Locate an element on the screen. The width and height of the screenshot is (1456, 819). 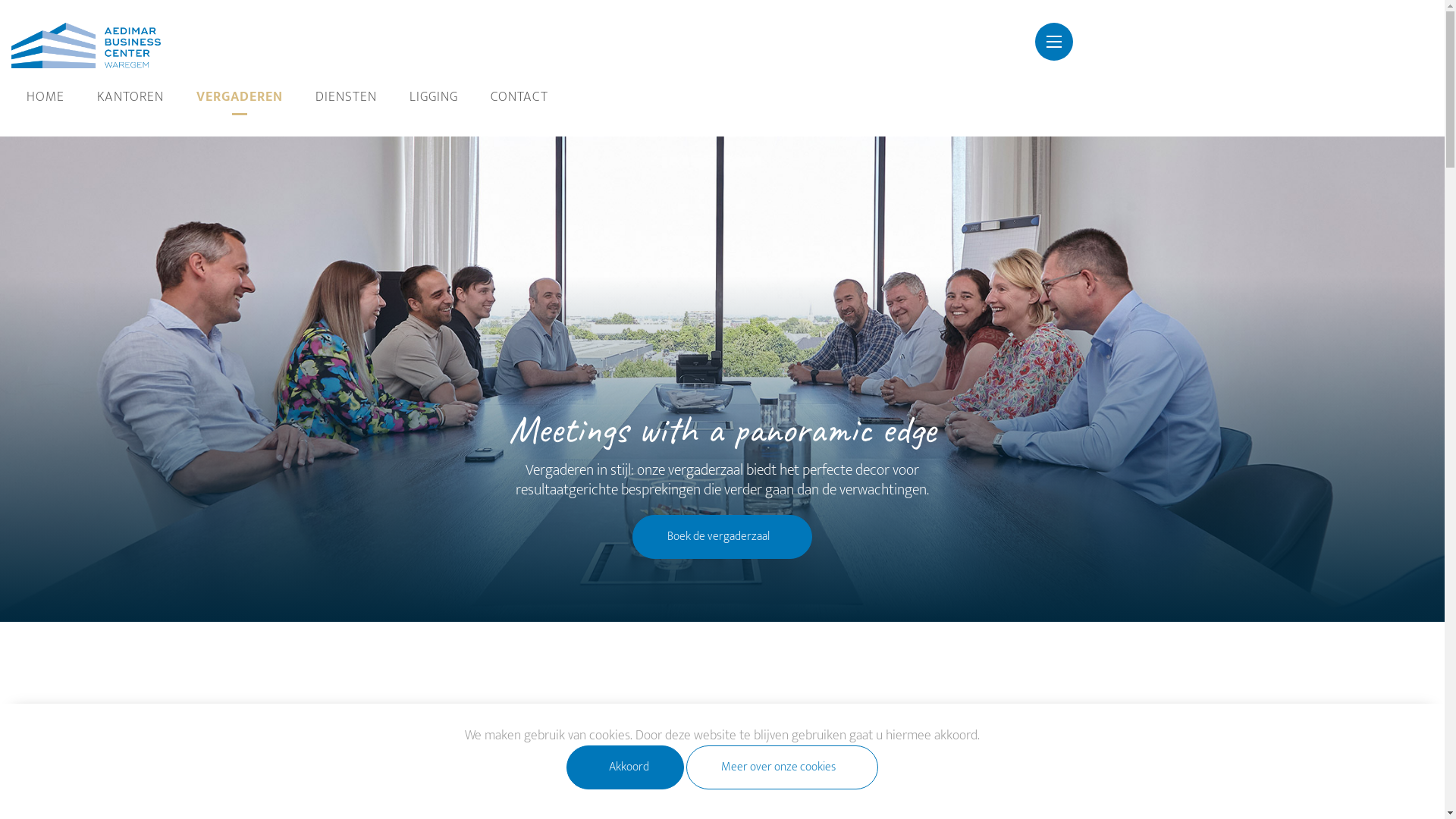
'LIGGING' is located at coordinates (432, 97).